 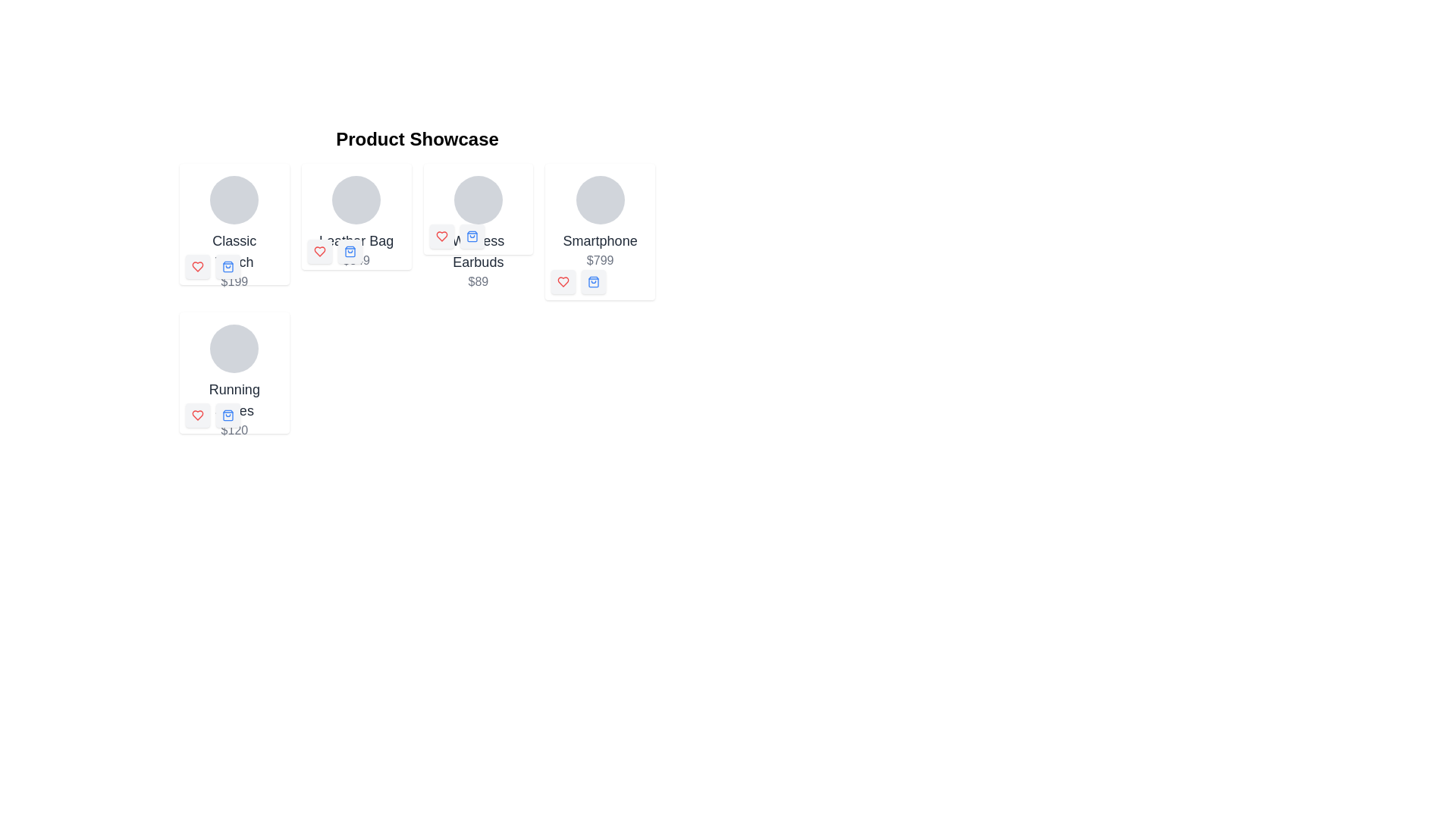 What do you see at coordinates (227, 415) in the screenshot?
I see `the 'Add to Cart' button located at the bottom left corner of the 'Running Shoes' product card` at bounding box center [227, 415].